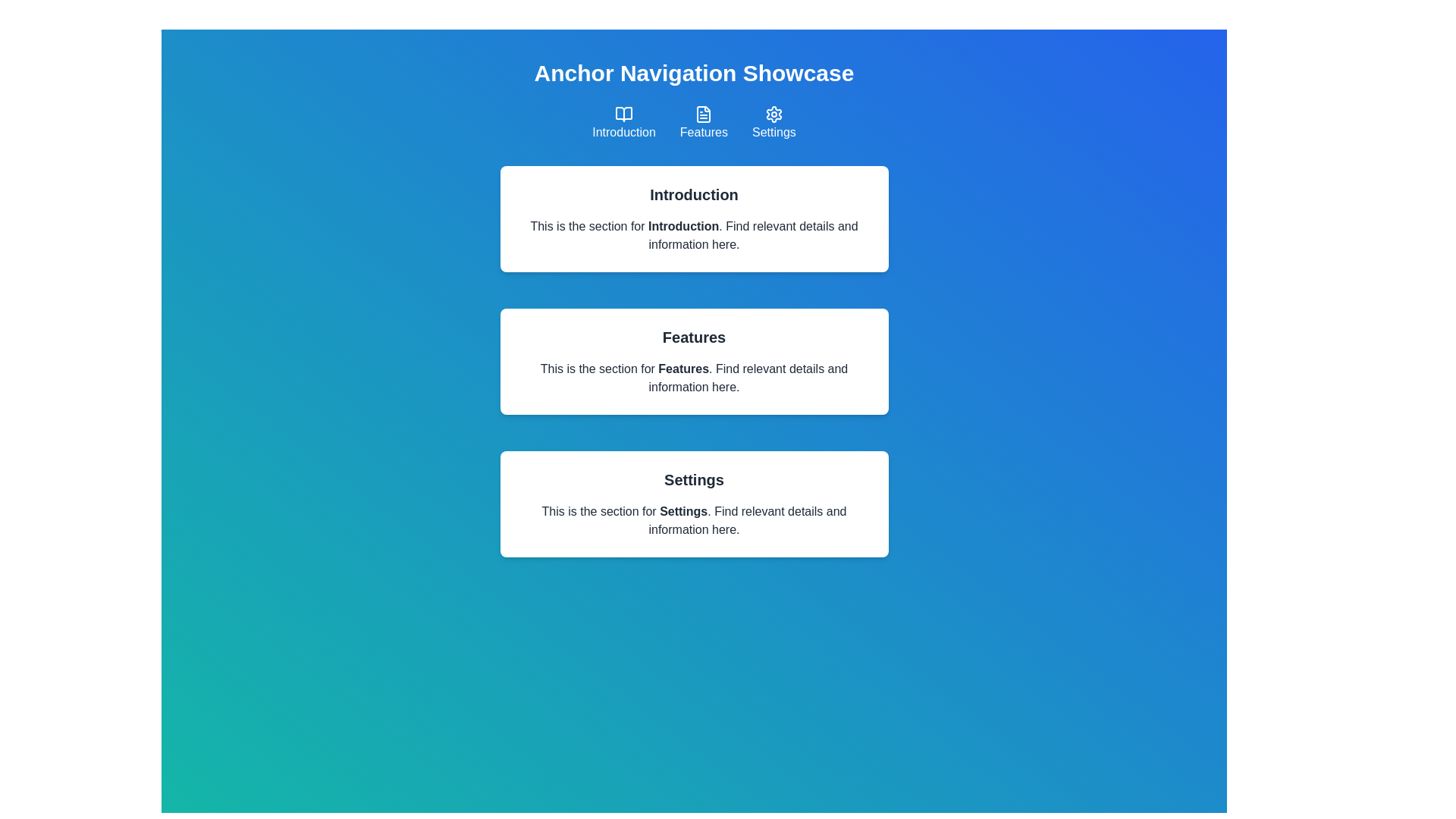 The image size is (1456, 819). I want to click on the open book icon labeled 'Introduction', which is the first icon in the top navigational bar, positioned to the left of the 'Features' and 'Settings' icons, so click(624, 113).